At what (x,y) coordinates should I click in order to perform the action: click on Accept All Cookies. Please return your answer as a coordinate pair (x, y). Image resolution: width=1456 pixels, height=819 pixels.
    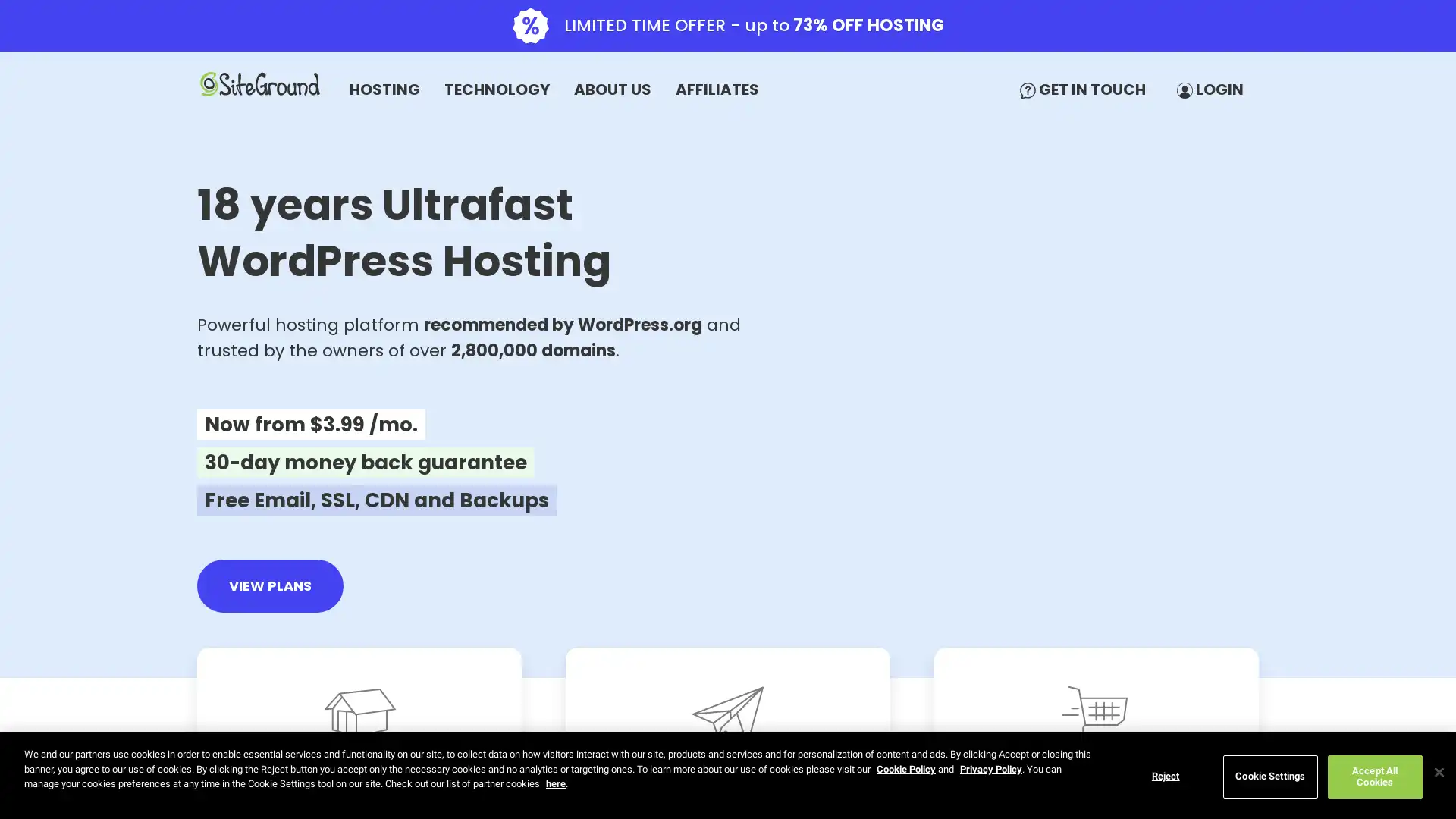
    Looking at the image, I should click on (1374, 776).